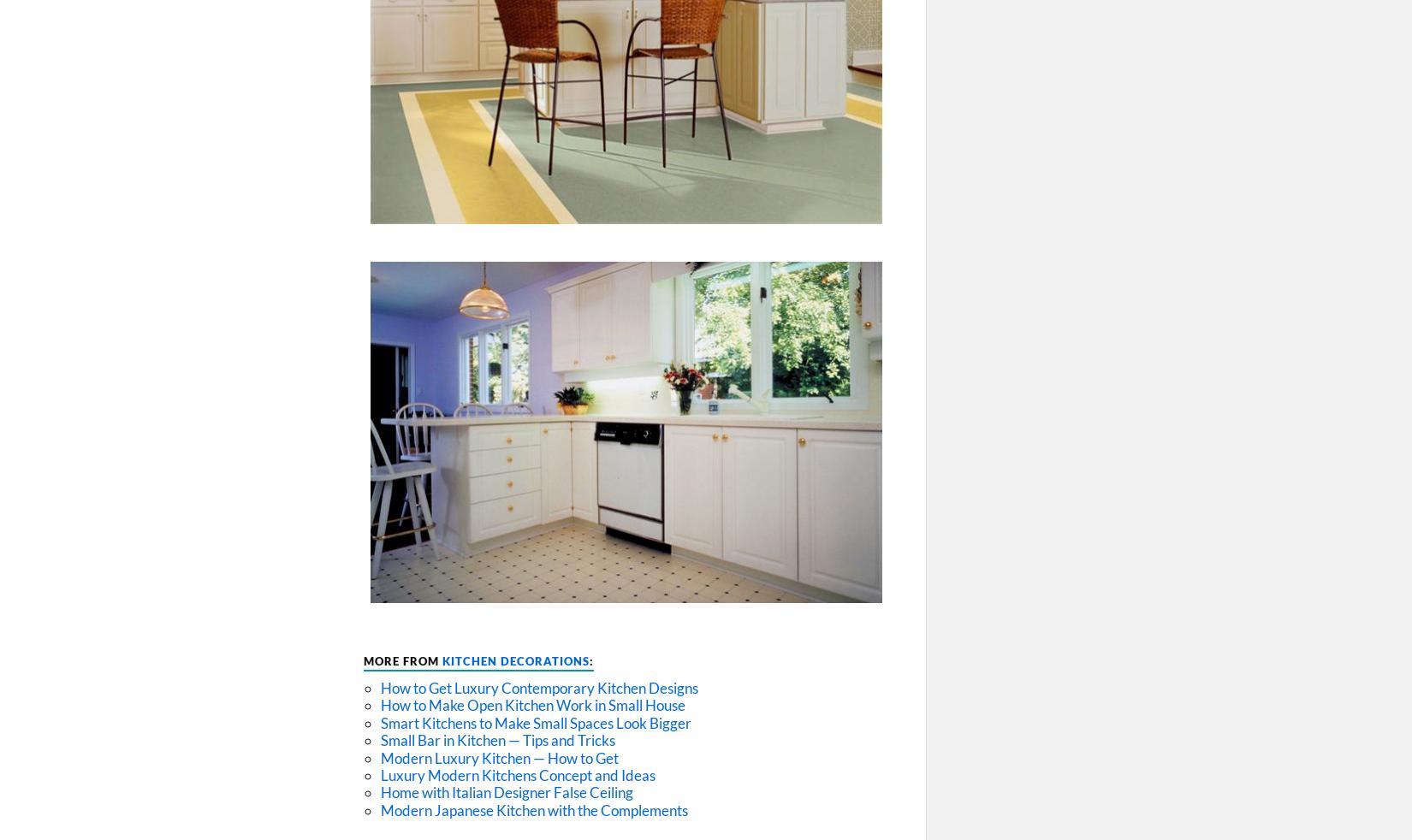 The width and height of the screenshot is (1412, 840). What do you see at coordinates (380, 740) in the screenshot?
I see `'Small Bar in Kitchen — Tips and Tricks'` at bounding box center [380, 740].